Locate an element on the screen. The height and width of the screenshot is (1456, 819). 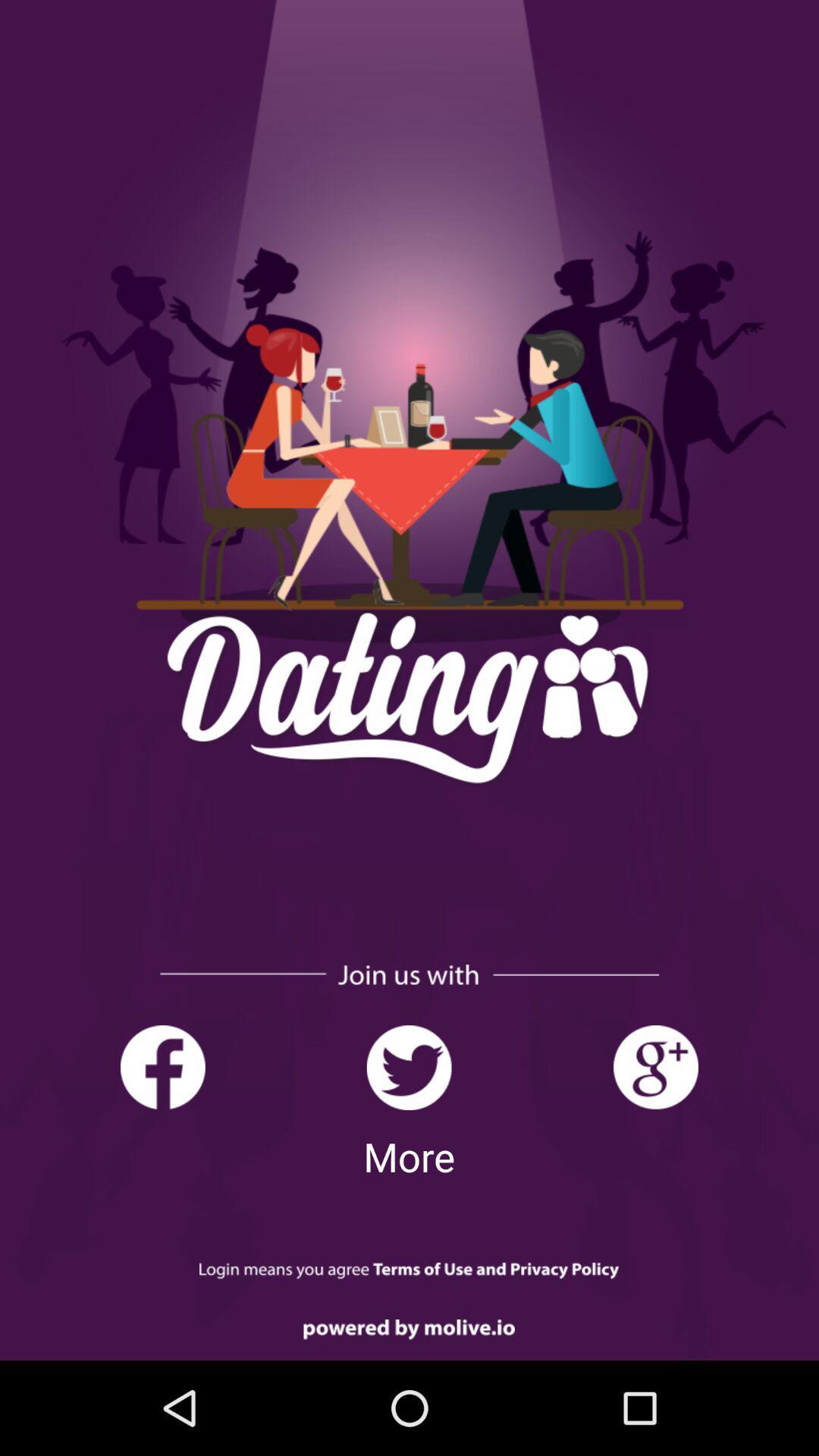
visit twitter page is located at coordinates (408, 1067).